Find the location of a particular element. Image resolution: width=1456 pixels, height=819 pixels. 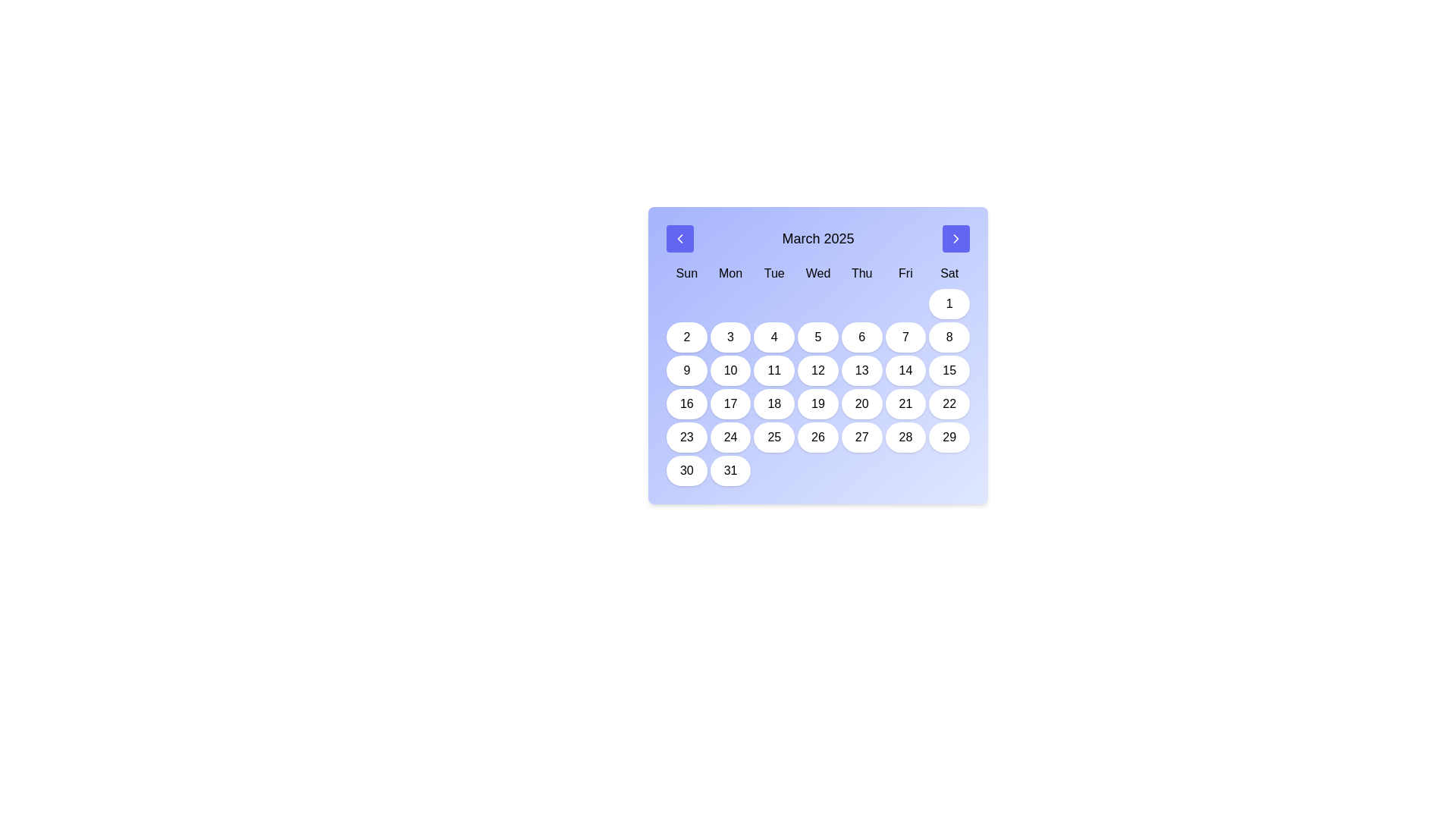

the text-based row header for the calendar displaying the names of the days of the week (e.g., 'Sun', 'Mon', 'Tue', etc.) which is centrally located below the title 'March 2025' is located at coordinates (817, 274).